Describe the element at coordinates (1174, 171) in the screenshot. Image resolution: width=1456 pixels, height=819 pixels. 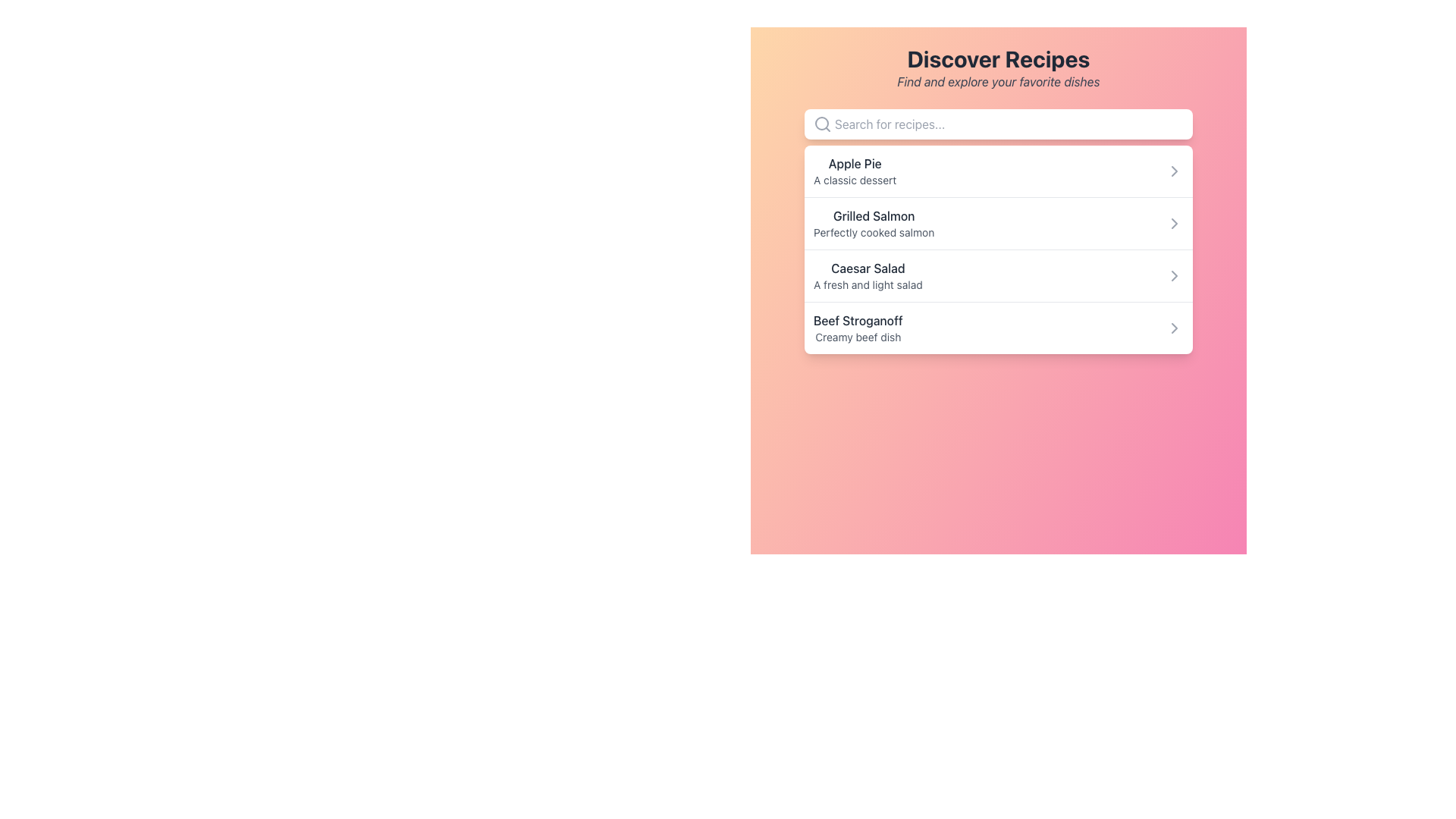
I see `the right-pointing chevron icon associated with the 'Apple Pie' entry` at that location.